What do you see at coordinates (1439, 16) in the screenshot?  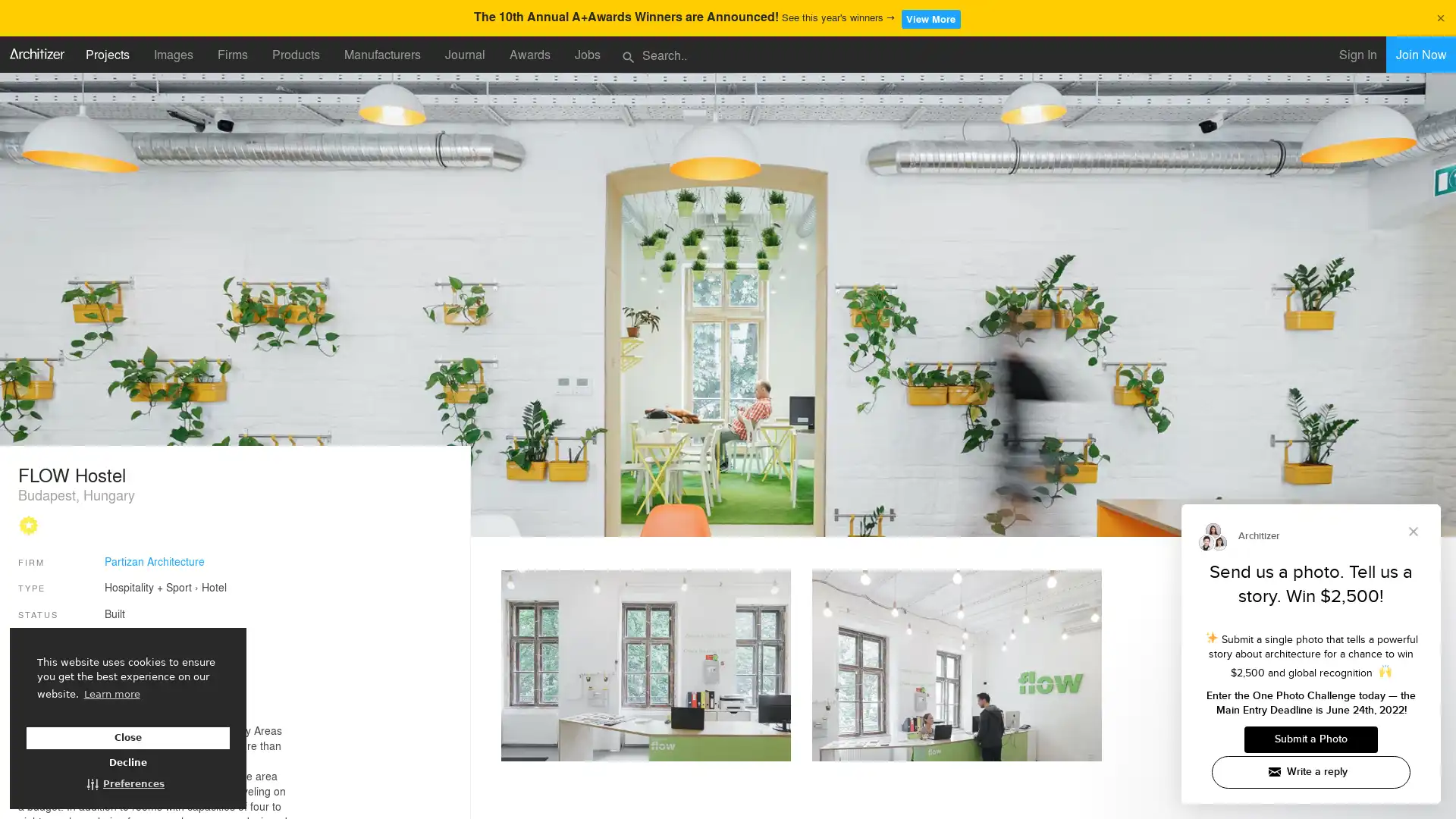 I see `close` at bounding box center [1439, 16].